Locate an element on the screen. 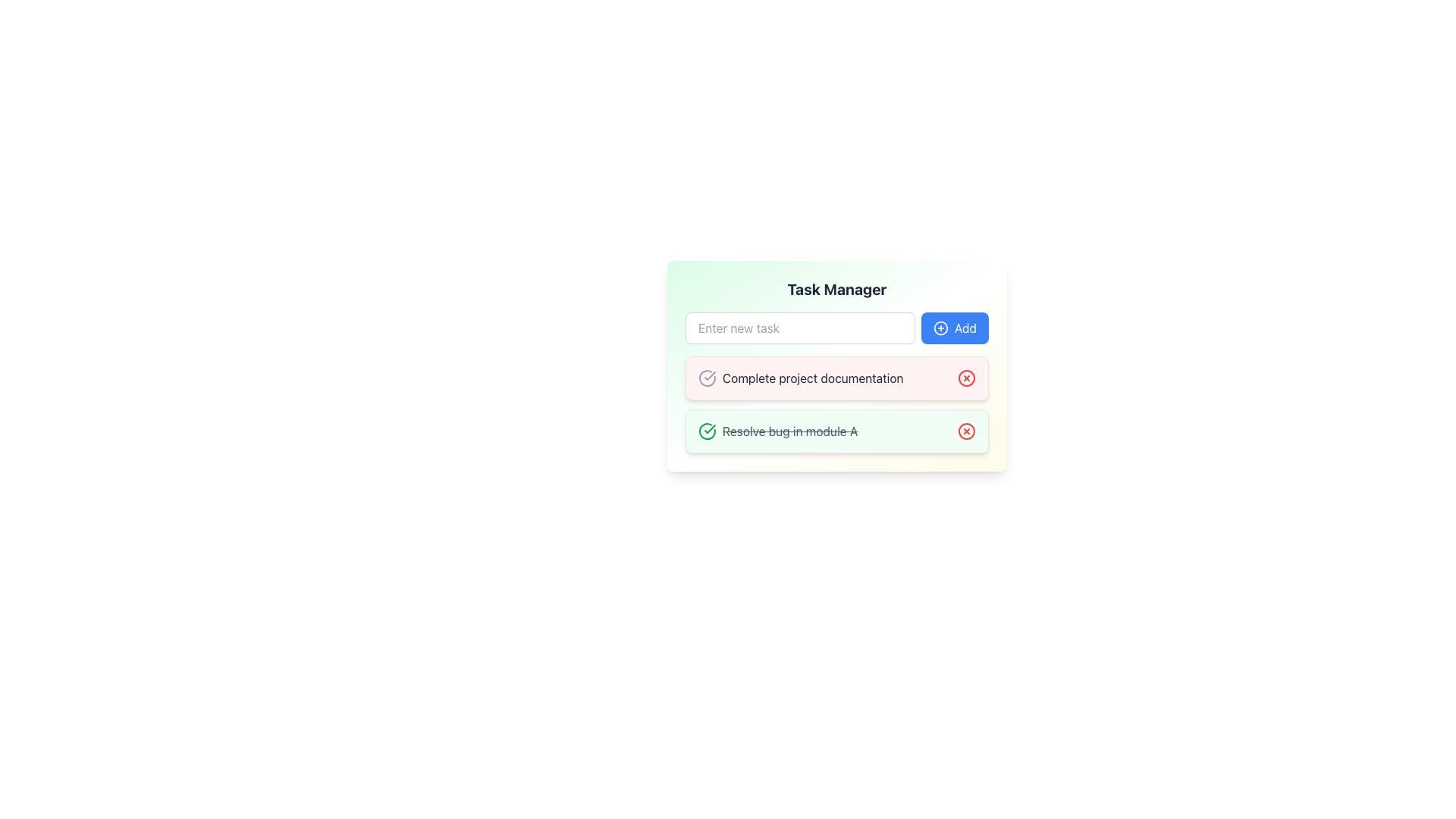  the completed task text element which has a strikethrough and is located in the completed task section, positioned to the right of the green checkmark icon is located at coordinates (789, 431).